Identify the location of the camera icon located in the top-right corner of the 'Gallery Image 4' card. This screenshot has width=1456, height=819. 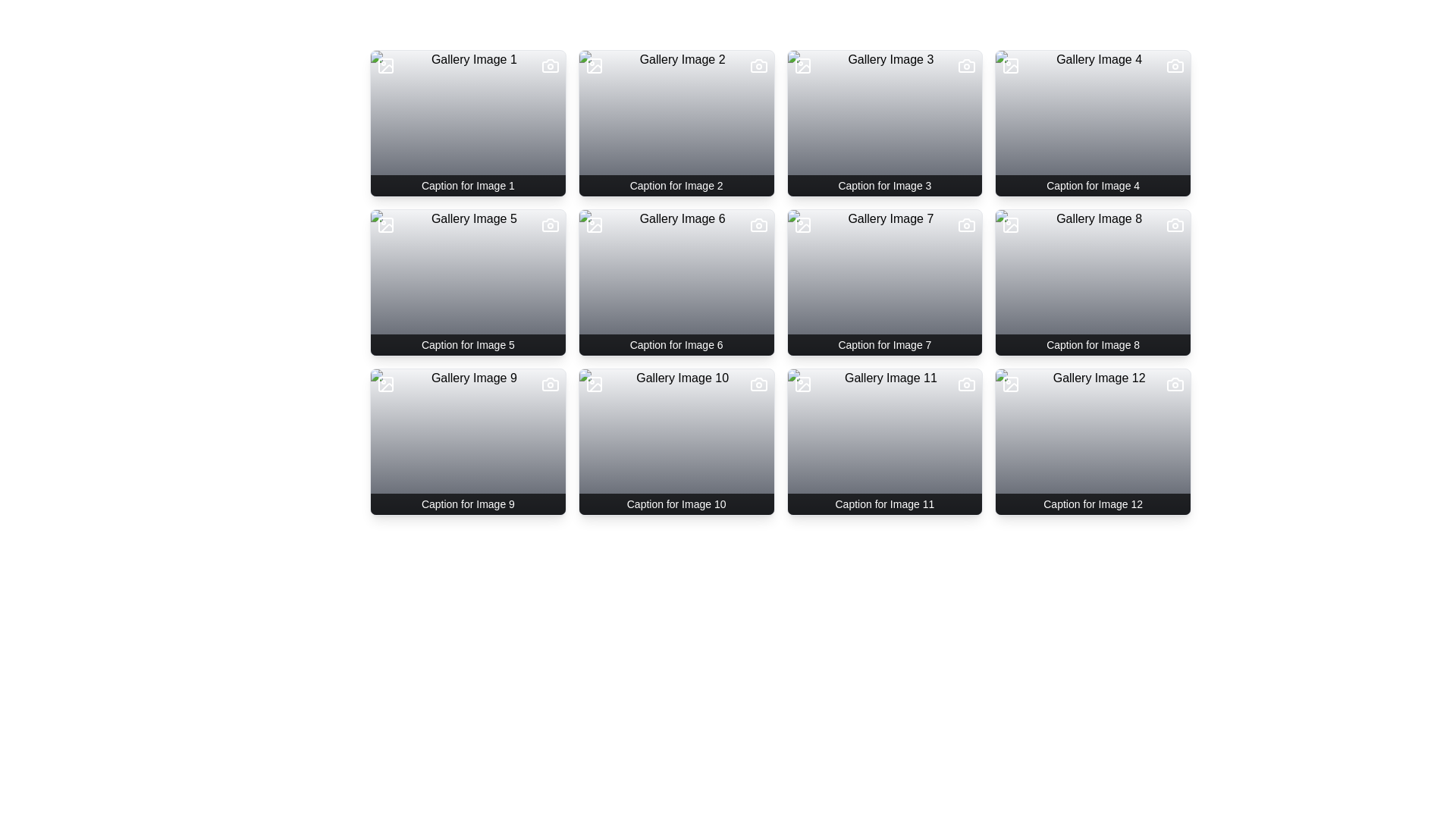
(1175, 65).